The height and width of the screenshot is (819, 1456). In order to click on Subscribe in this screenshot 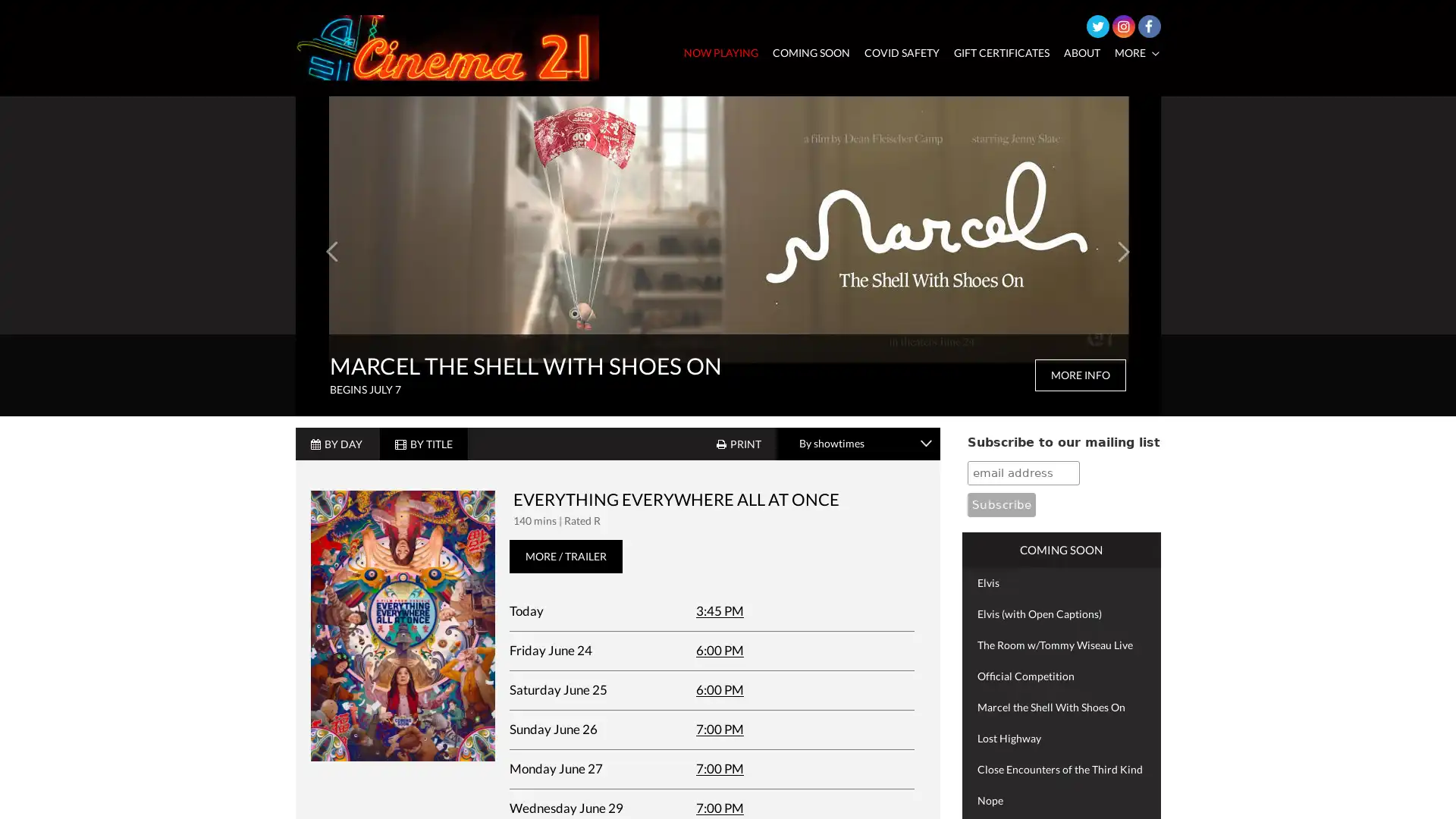, I will do `click(1001, 504)`.